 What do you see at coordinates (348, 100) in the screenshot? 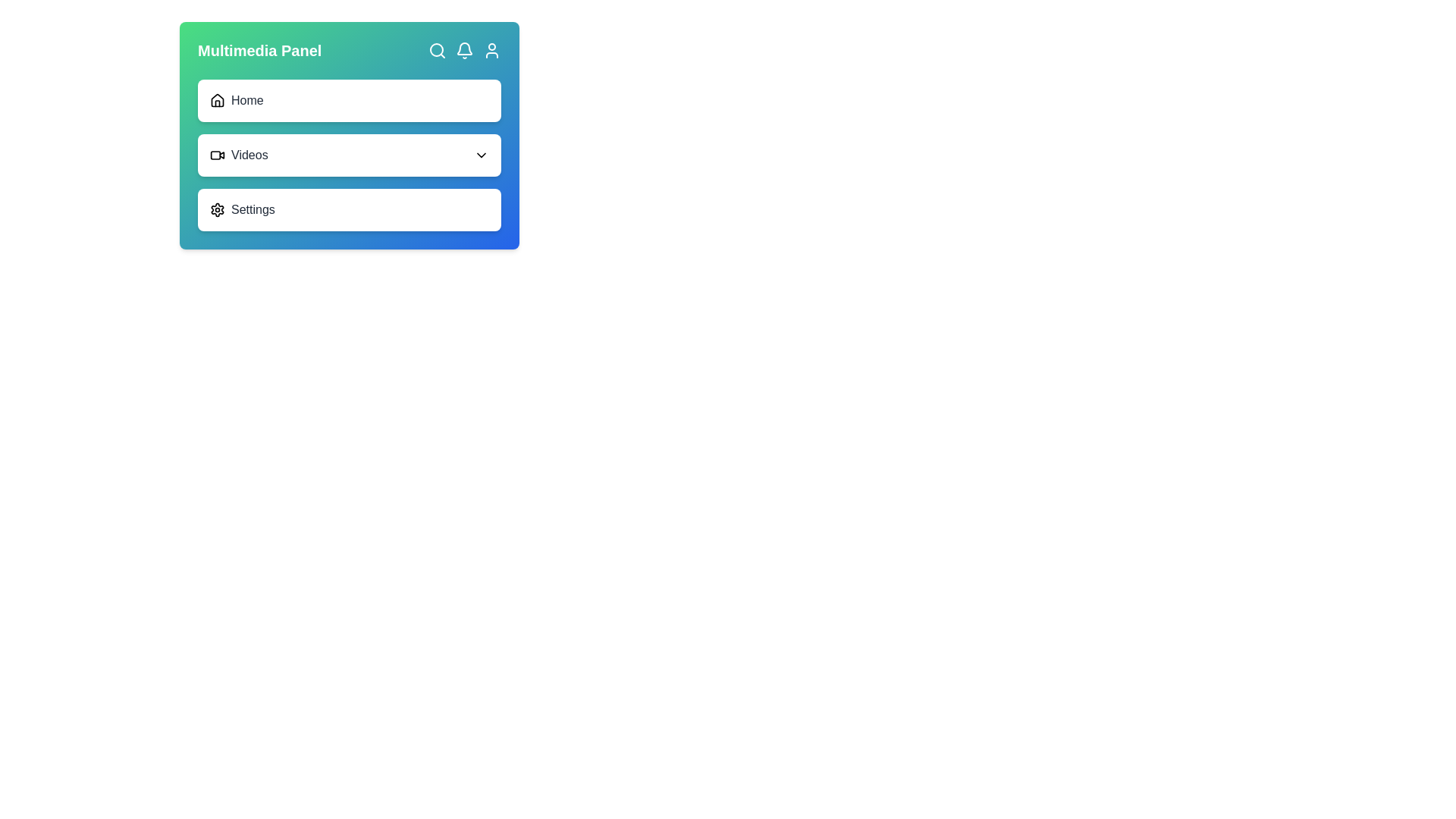
I see `the 'Home' navigation option, which is represented by a horizontal bar with a house icon and gray text` at bounding box center [348, 100].